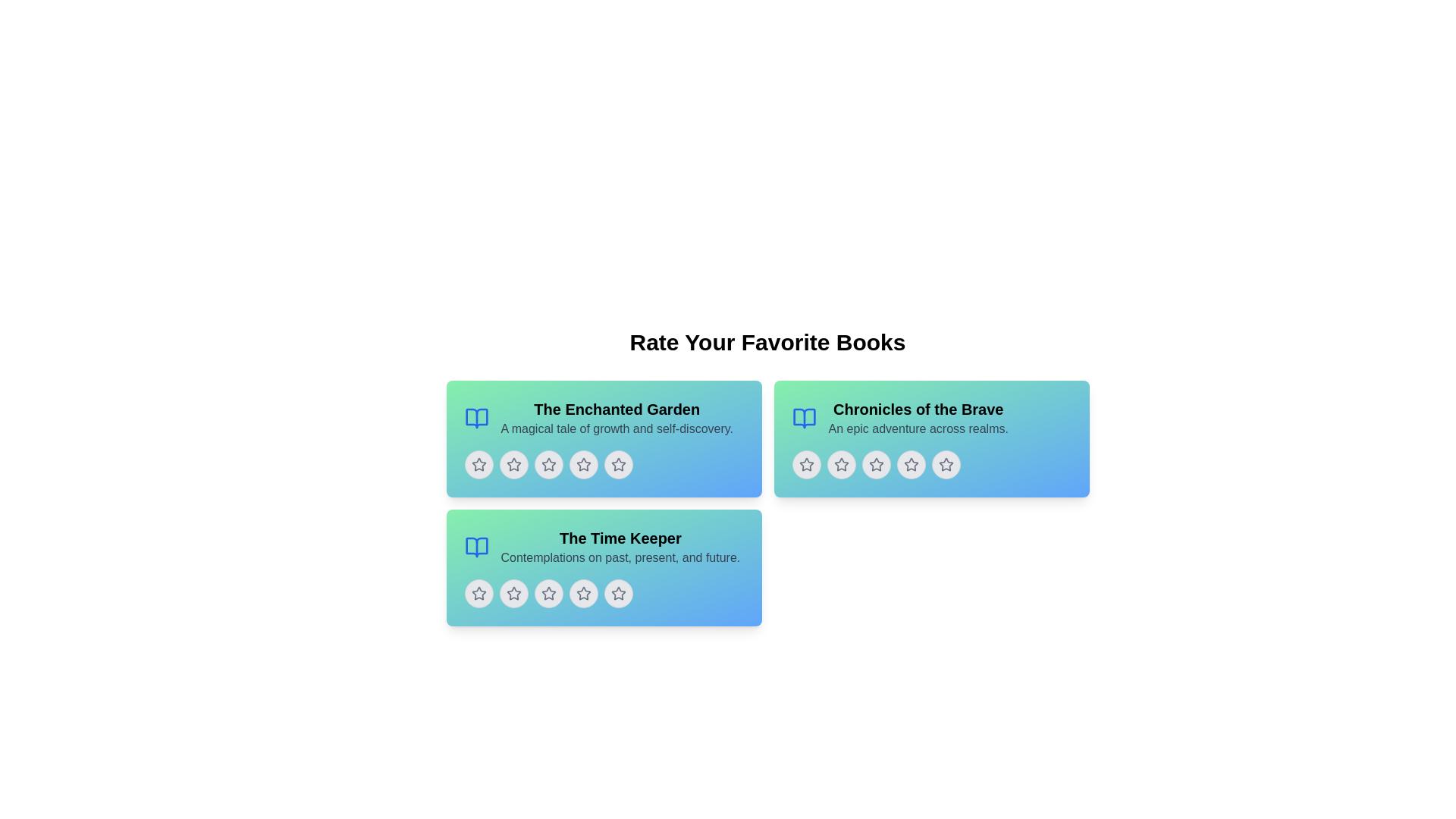 The image size is (1456, 819). What do you see at coordinates (548, 464) in the screenshot?
I see `the third circular button with a star icon located below the title 'The Enchanted Garden'` at bounding box center [548, 464].